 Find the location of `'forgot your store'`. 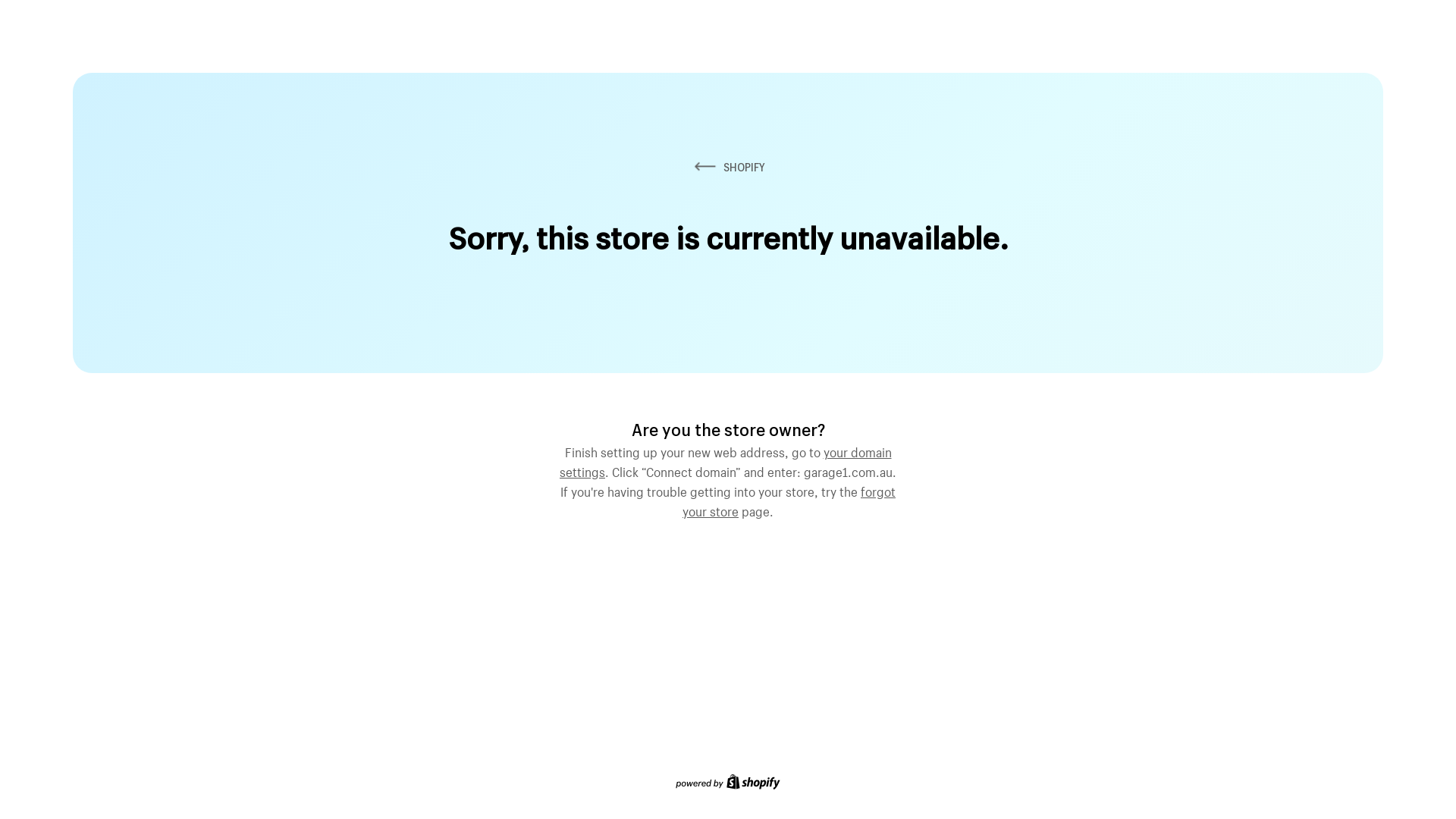

'forgot your store' is located at coordinates (789, 500).